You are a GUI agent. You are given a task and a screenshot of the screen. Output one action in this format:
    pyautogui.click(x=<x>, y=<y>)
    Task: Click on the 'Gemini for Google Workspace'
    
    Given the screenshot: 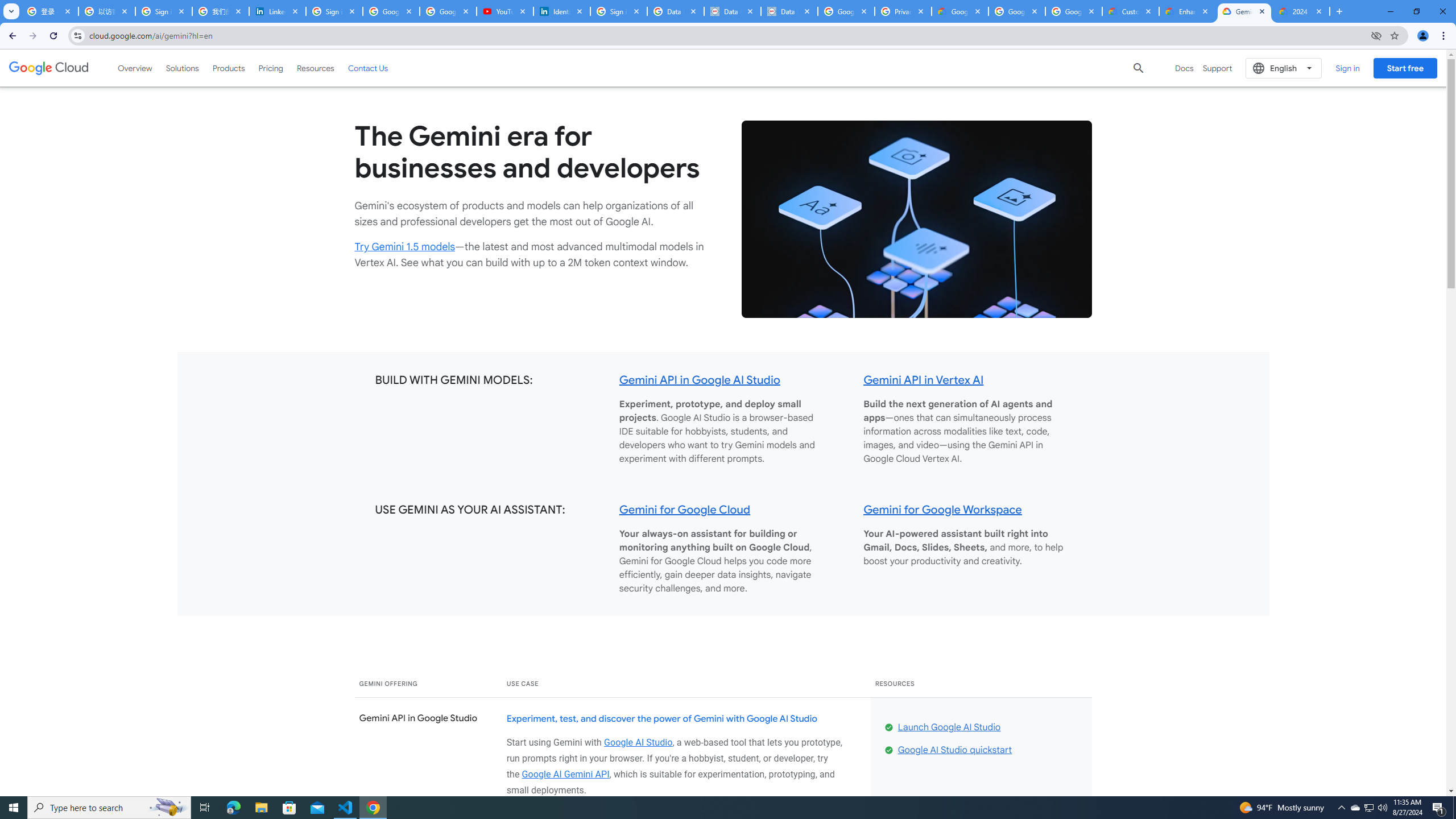 What is the action you would take?
    pyautogui.click(x=942, y=509)
    